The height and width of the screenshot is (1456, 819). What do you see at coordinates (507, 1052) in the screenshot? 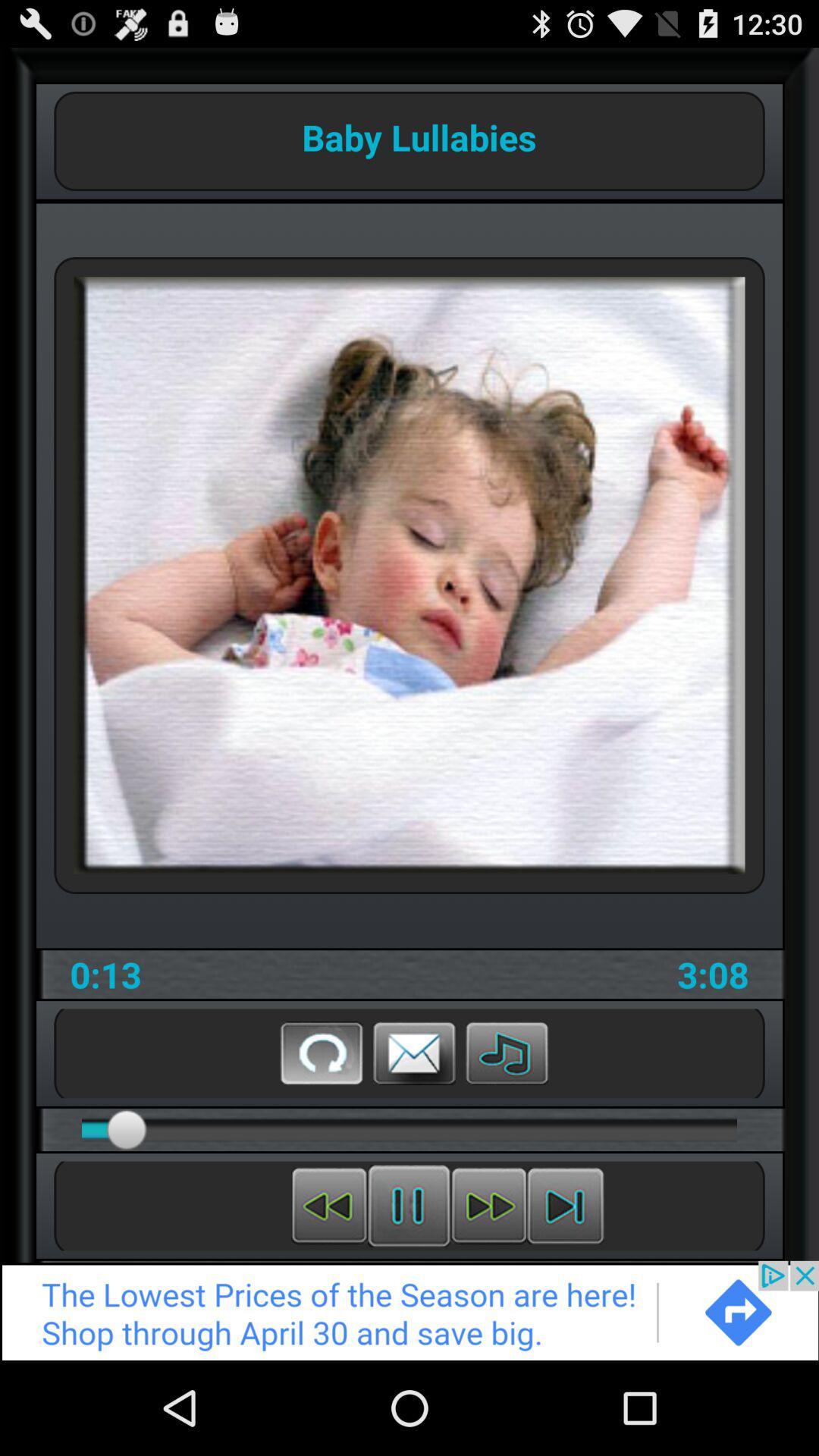
I see `a song` at bounding box center [507, 1052].